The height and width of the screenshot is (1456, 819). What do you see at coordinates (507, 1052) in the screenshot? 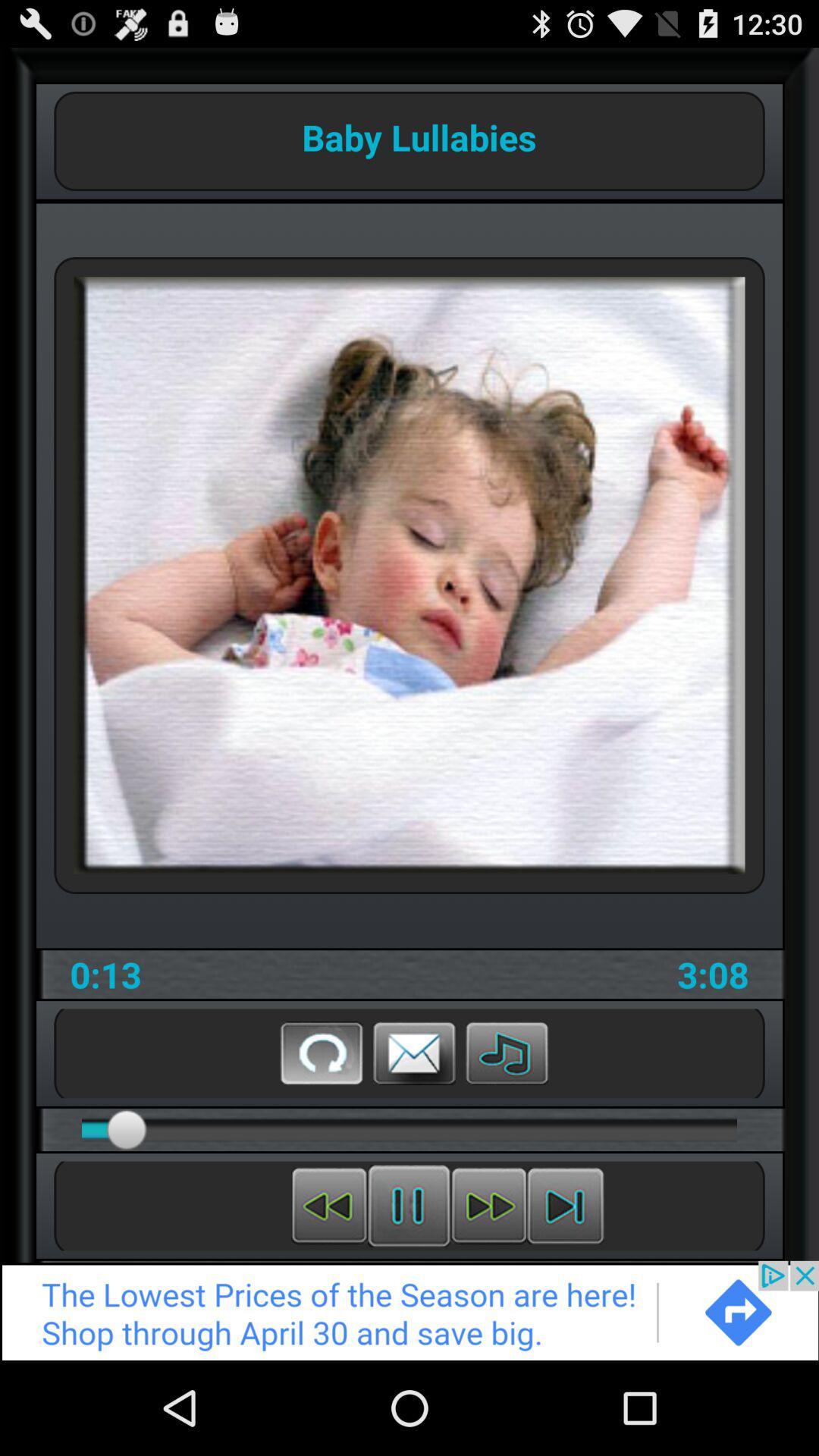
I see `a song` at bounding box center [507, 1052].